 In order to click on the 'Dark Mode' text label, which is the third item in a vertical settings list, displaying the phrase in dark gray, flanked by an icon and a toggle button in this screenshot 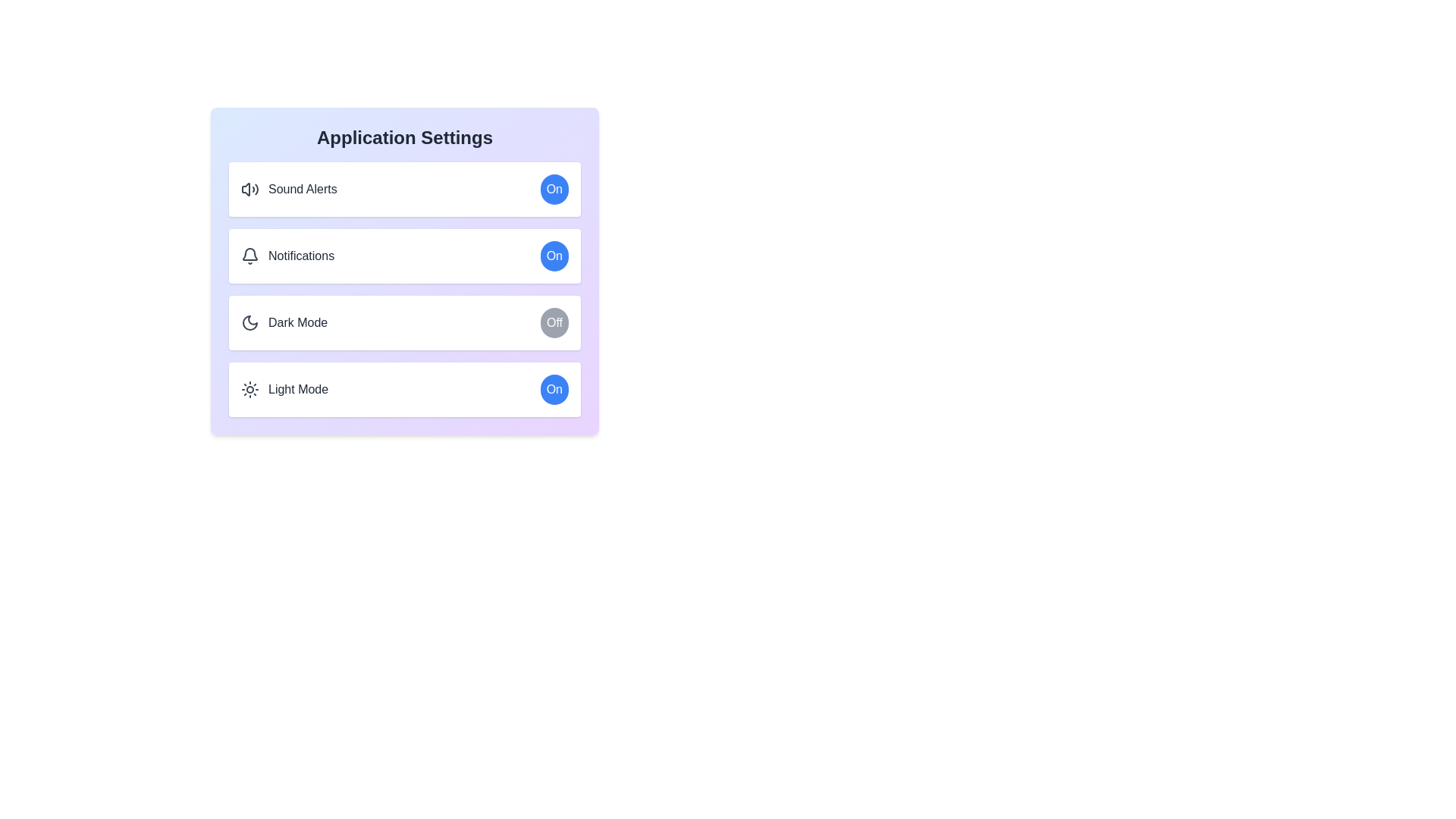, I will do `click(298, 322)`.